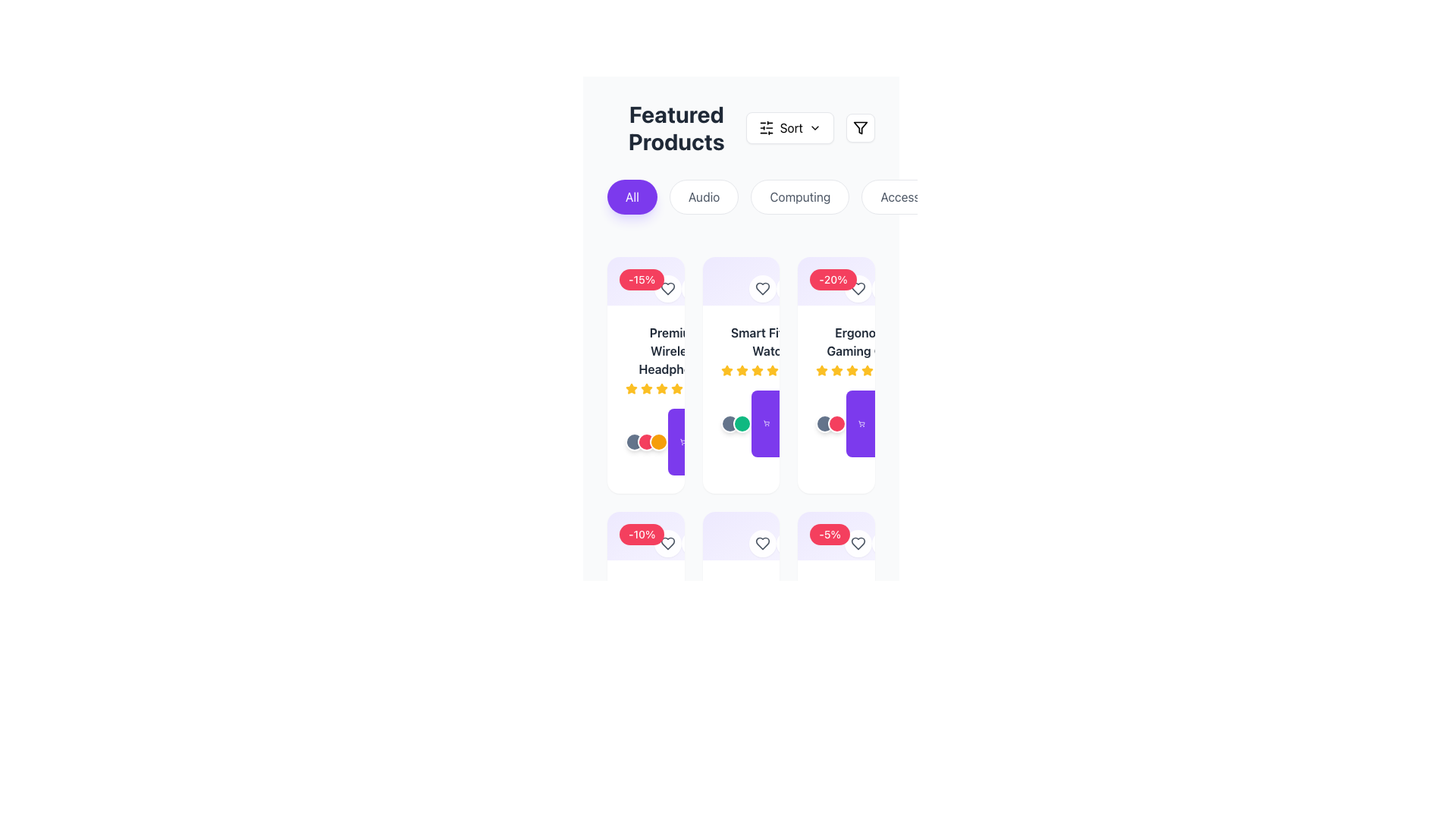  What do you see at coordinates (830, 424) in the screenshot?
I see `the red circular button of the toggle selection component located at the bottom section of the rightmost product card, which is positioned above the 'Add to Cart' button` at bounding box center [830, 424].